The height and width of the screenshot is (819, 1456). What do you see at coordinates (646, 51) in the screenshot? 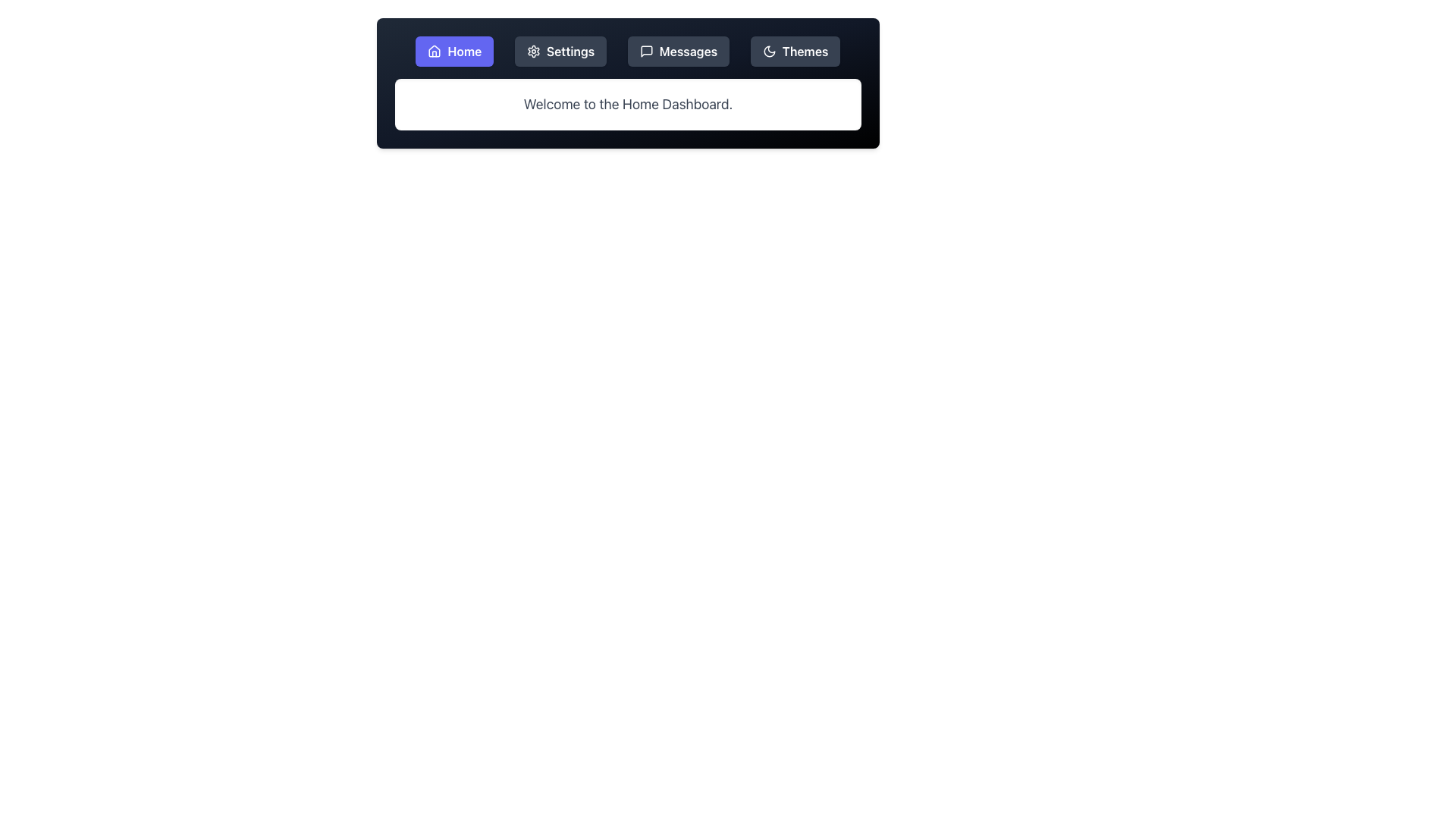
I see `the messaging icon located in the navigation bar, positioned between the 'Settings' icon and the 'Themes' icon` at bounding box center [646, 51].